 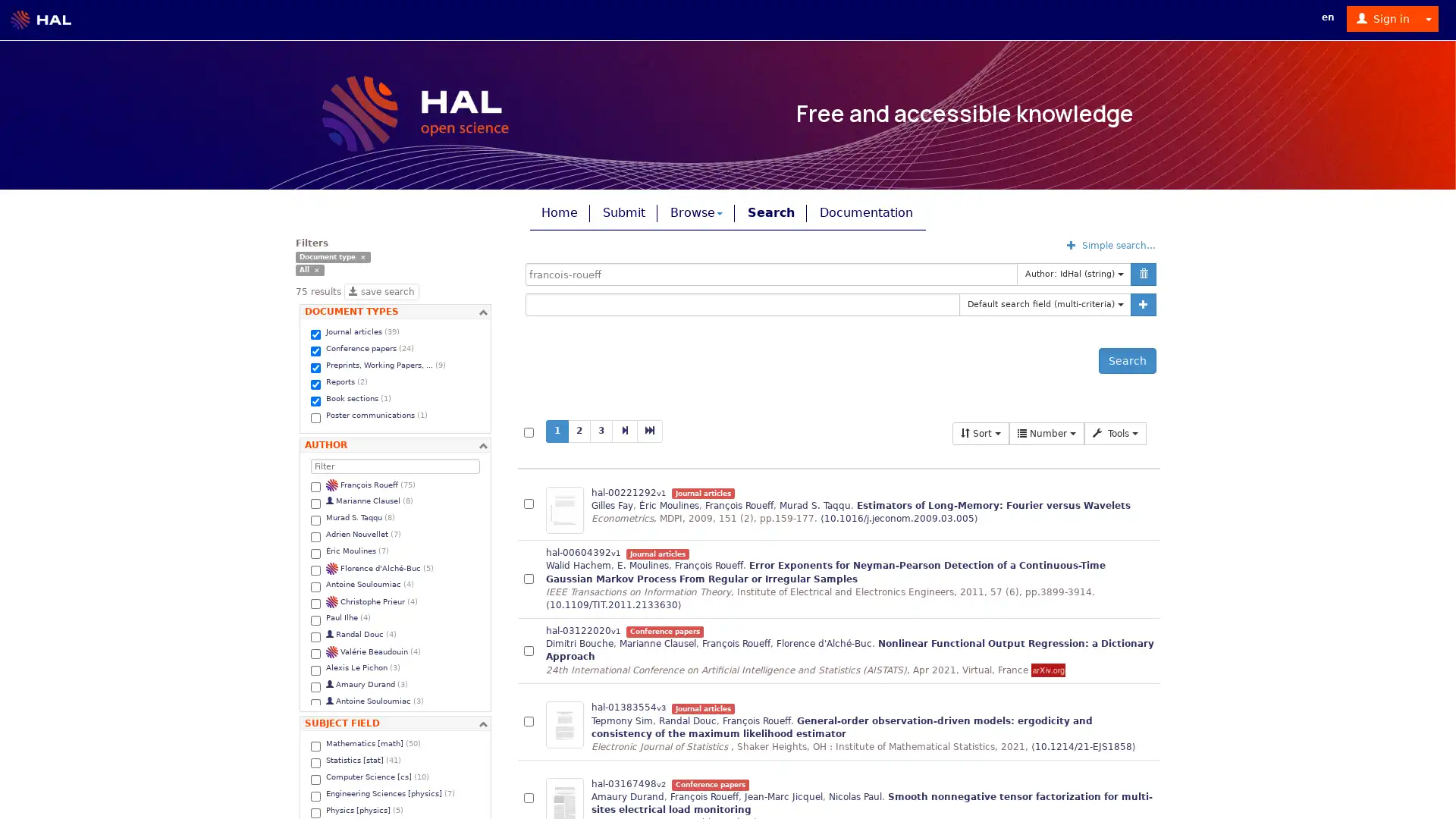 I want to click on Sort, so click(x=981, y=432).